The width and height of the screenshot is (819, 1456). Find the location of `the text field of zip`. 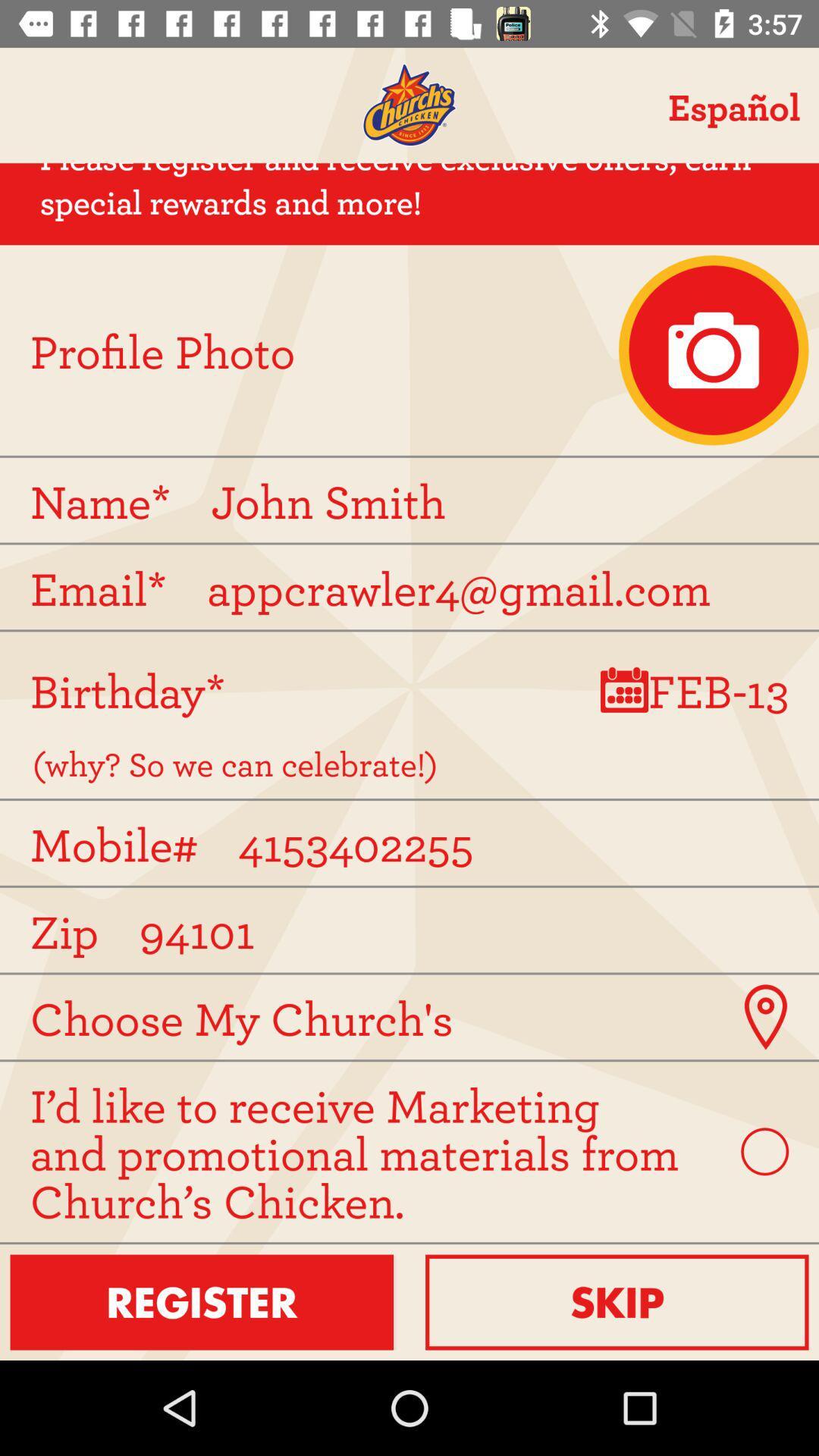

the text field of zip is located at coordinates (416, 929).